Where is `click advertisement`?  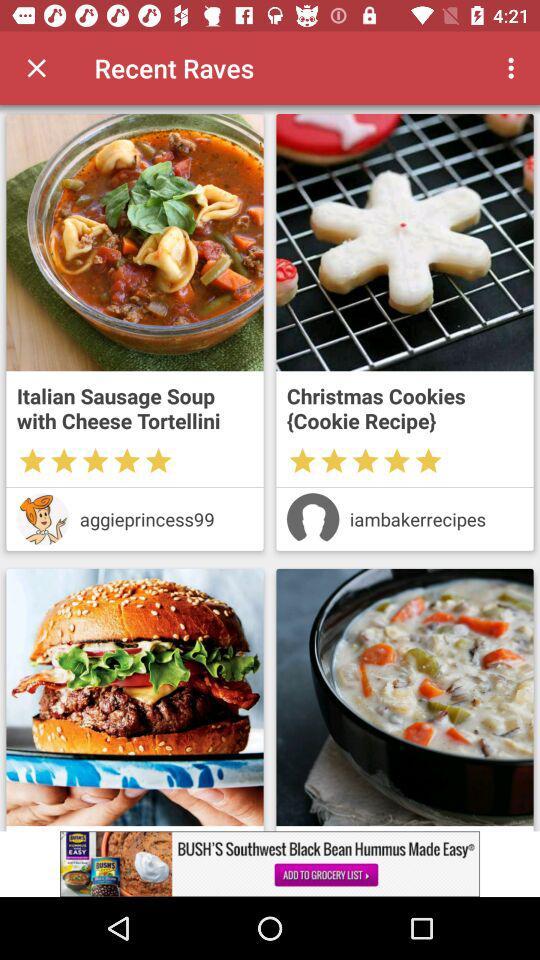
click advertisement is located at coordinates (270, 863).